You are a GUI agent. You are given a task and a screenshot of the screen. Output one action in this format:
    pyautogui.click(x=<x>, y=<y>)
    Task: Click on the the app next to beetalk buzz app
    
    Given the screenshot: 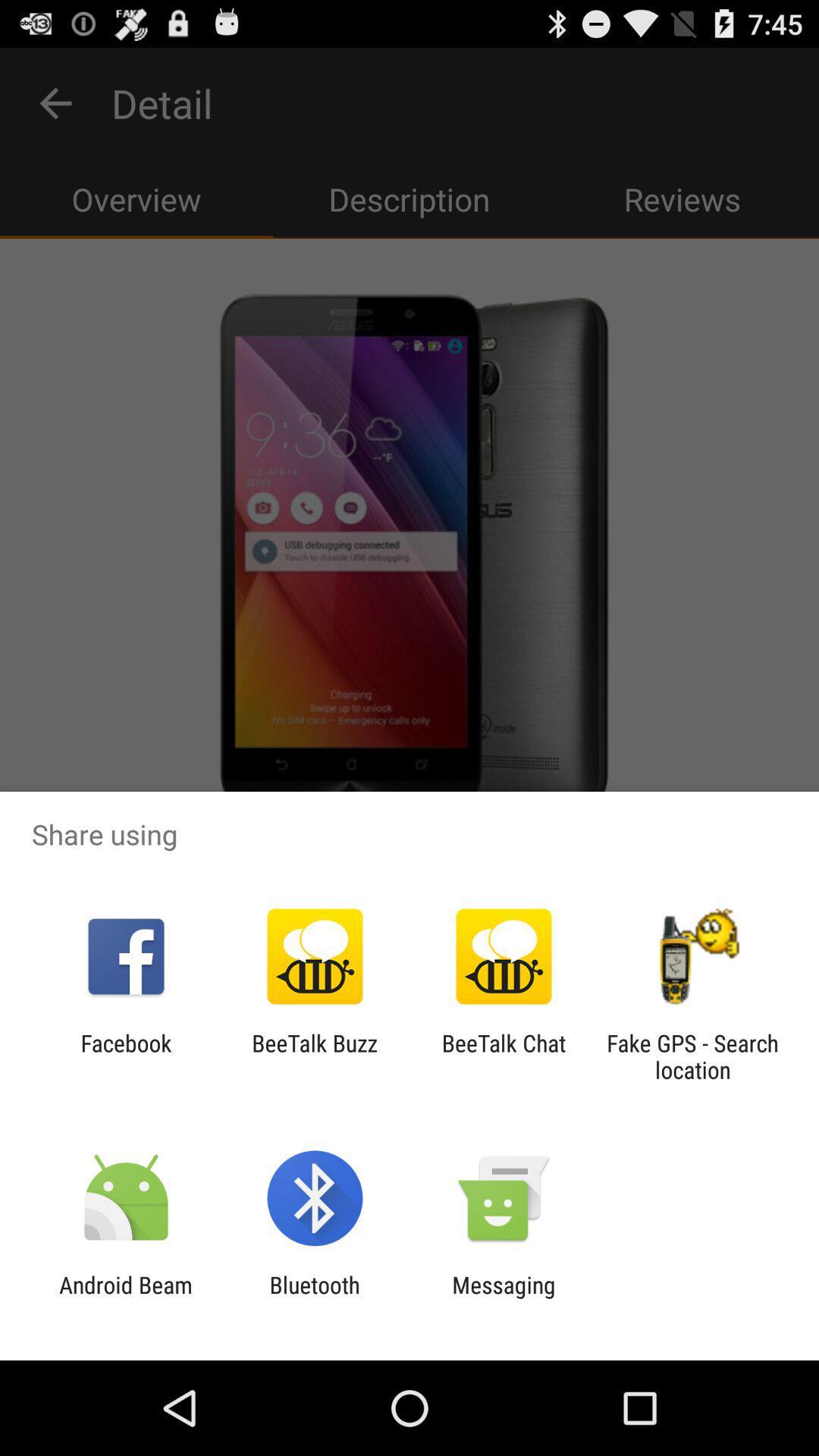 What is the action you would take?
    pyautogui.click(x=504, y=1056)
    